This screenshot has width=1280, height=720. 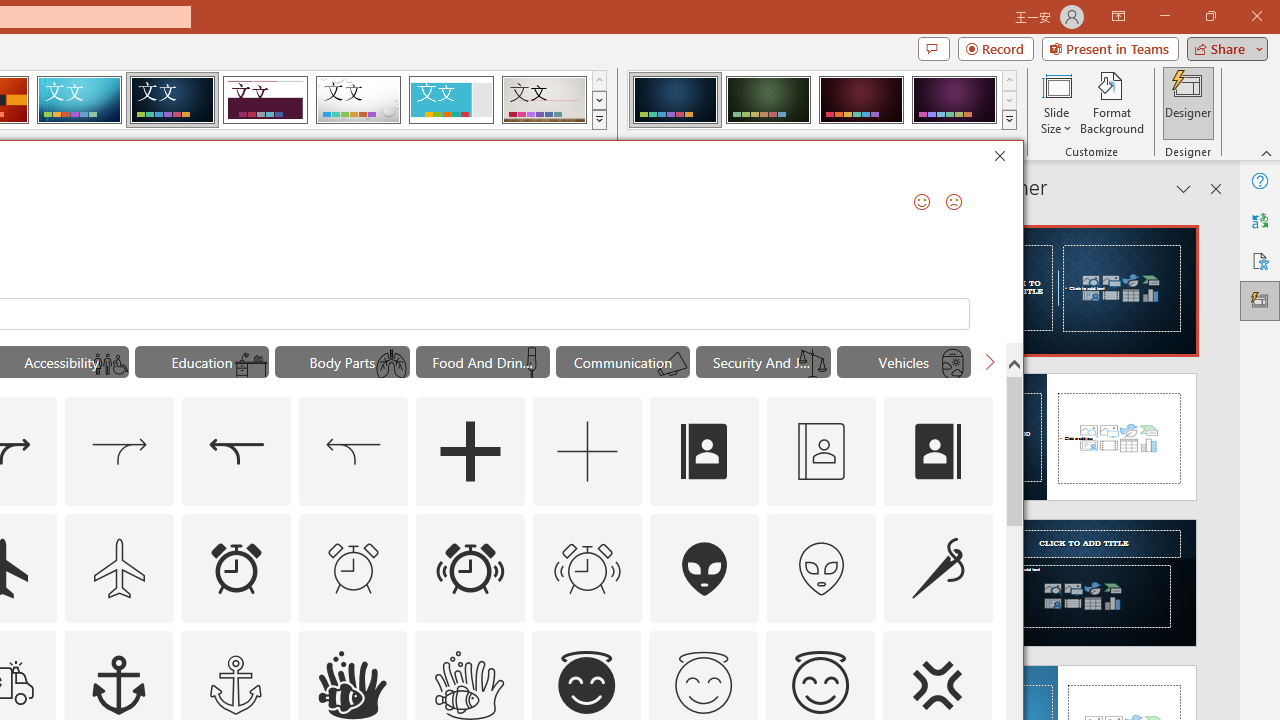 What do you see at coordinates (172, 100) in the screenshot?
I see `'Damask'` at bounding box center [172, 100].